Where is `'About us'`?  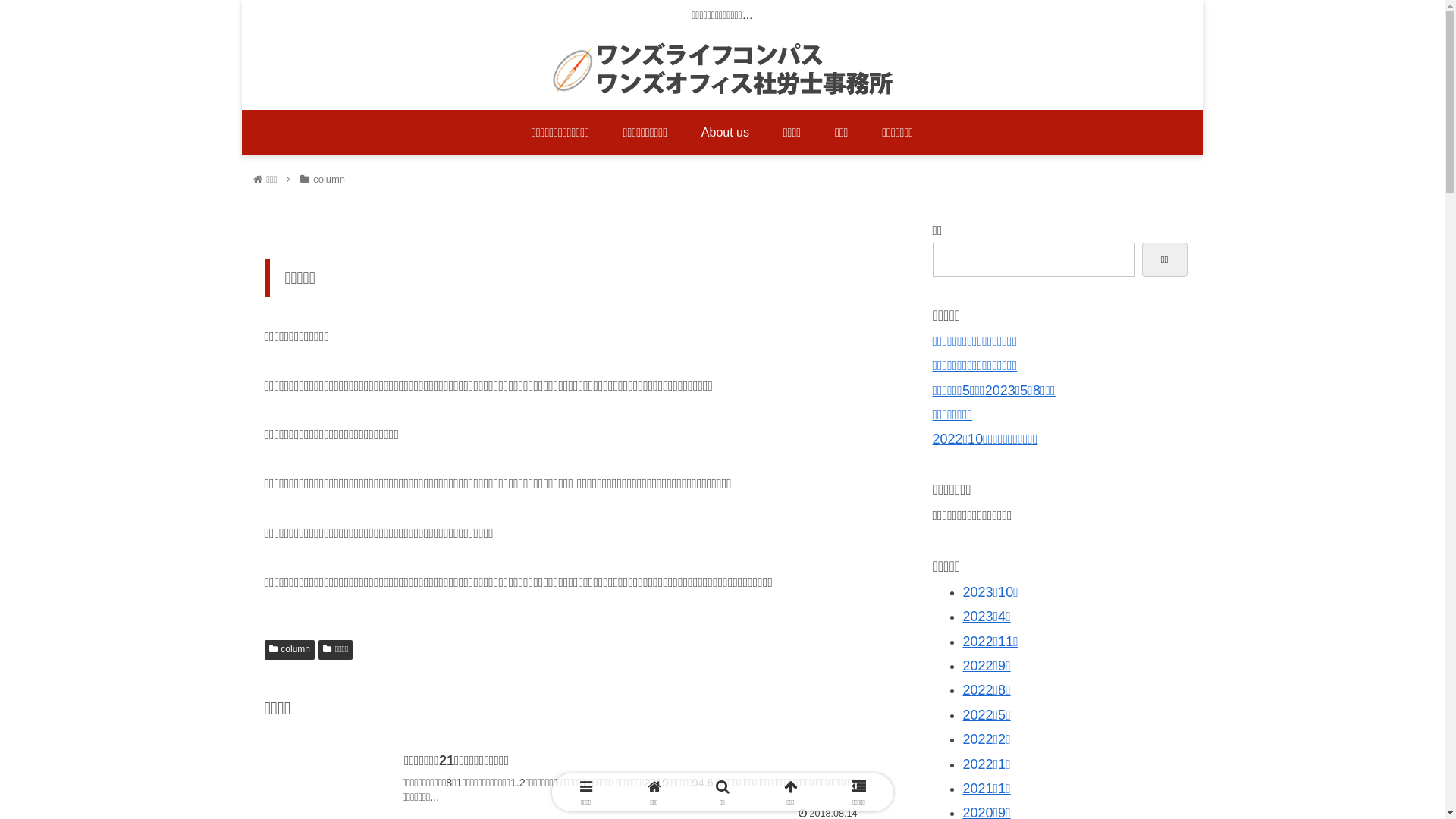
'About us' is located at coordinates (683, 131).